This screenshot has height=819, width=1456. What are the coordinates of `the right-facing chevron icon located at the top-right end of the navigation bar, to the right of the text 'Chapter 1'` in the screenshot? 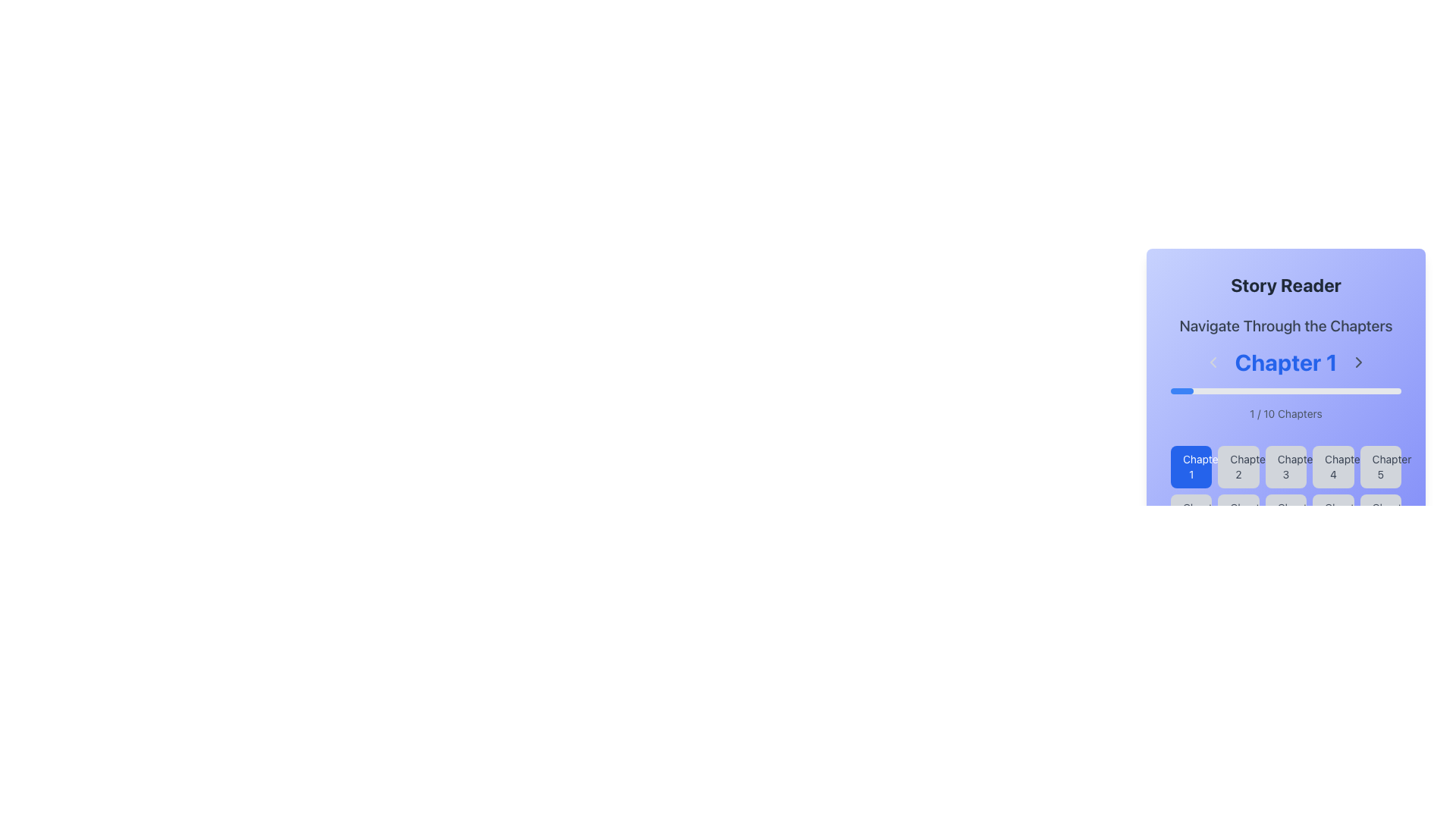 It's located at (1358, 362).